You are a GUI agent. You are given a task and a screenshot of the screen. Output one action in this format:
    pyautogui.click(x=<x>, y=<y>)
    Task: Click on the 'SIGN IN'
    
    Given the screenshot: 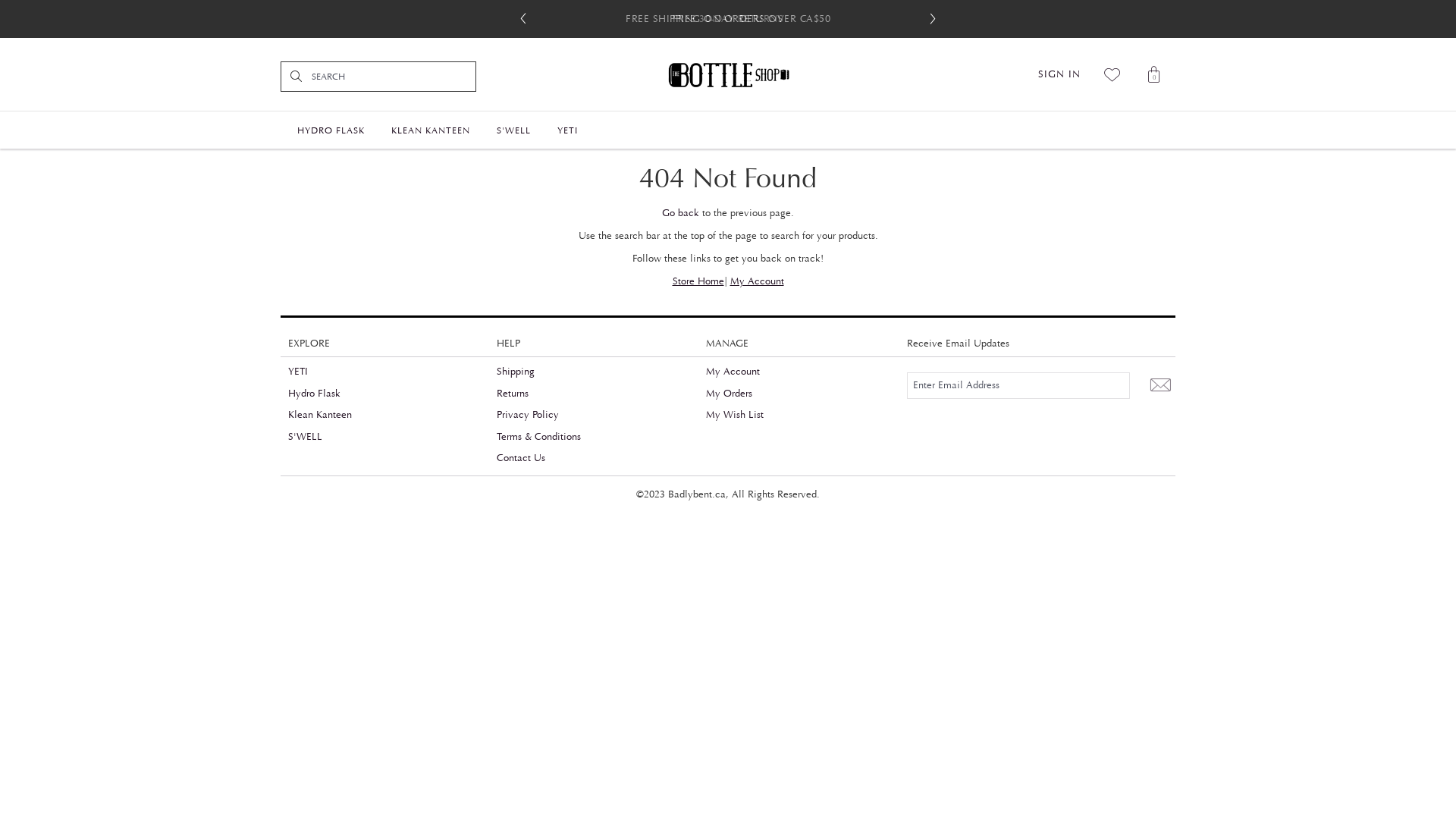 What is the action you would take?
    pyautogui.click(x=1058, y=74)
    